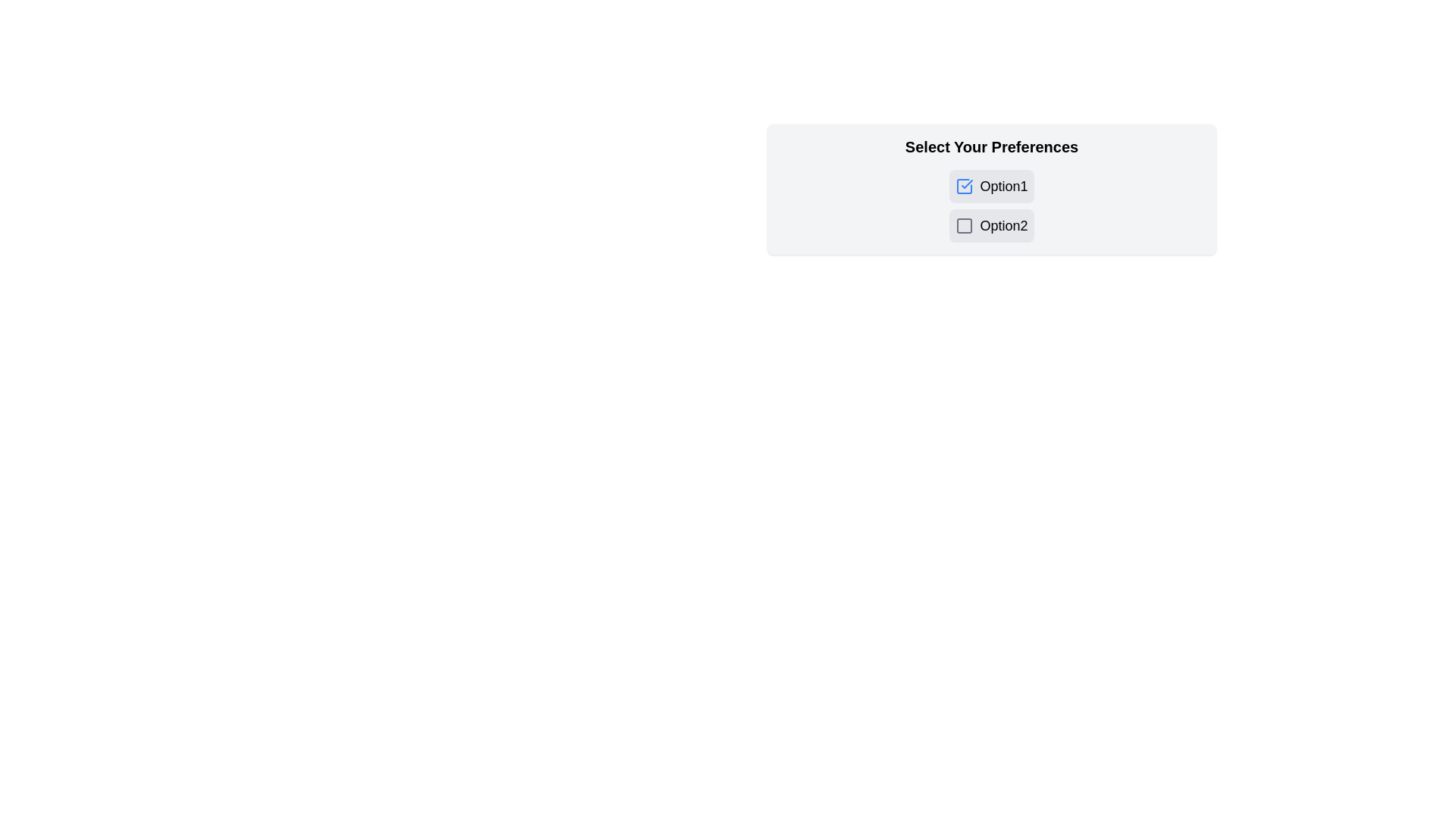 Image resolution: width=1456 pixels, height=819 pixels. What do you see at coordinates (964, 225) in the screenshot?
I see `the checkbox that indicates the 'Option 2' preference, which is located to the left of the text label within the 'Option 2' component` at bounding box center [964, 225].